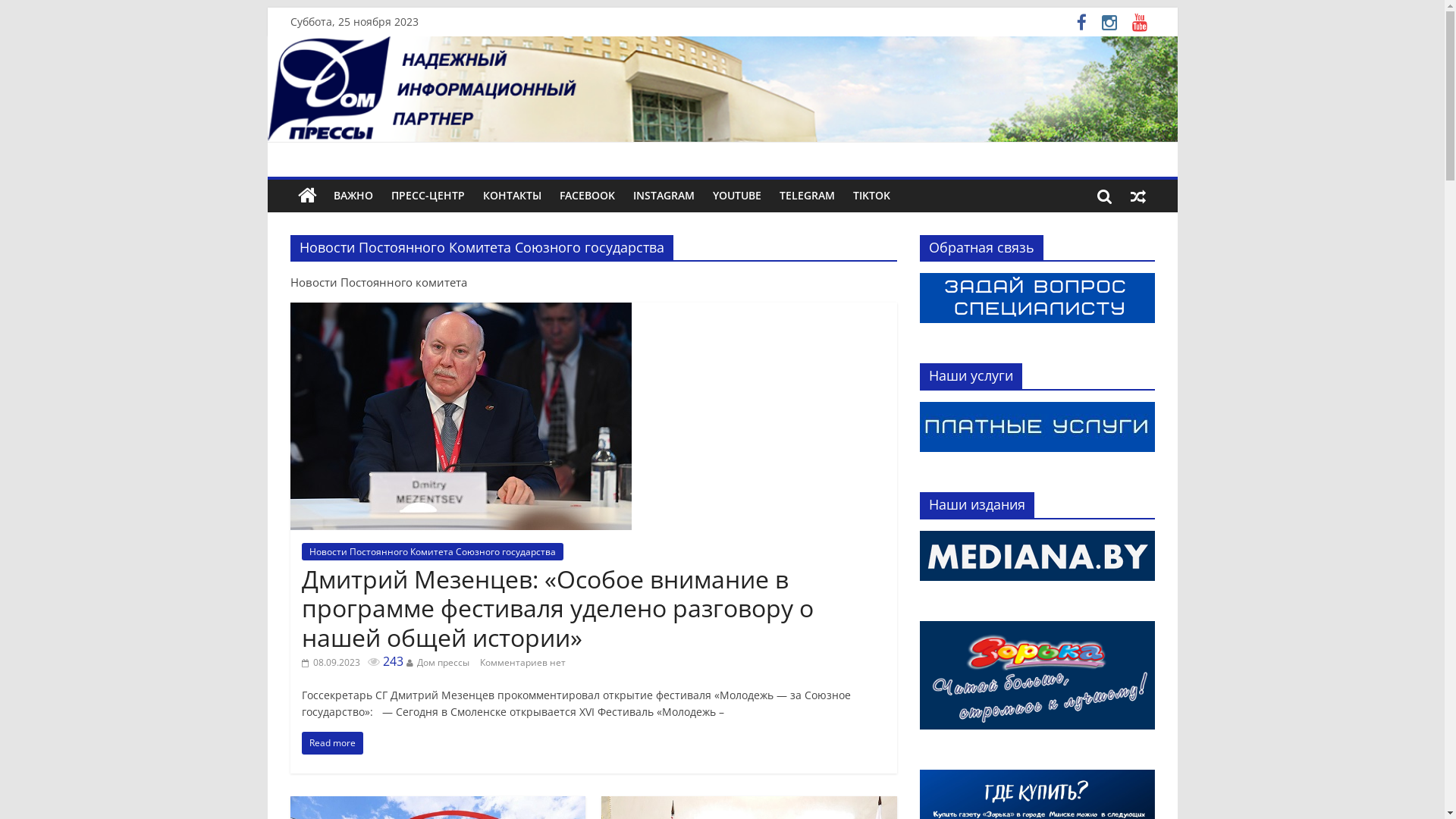  Describe the element at coordinates (806, 195) in the screenshot. I see `'TELEGRAM'` at that location.